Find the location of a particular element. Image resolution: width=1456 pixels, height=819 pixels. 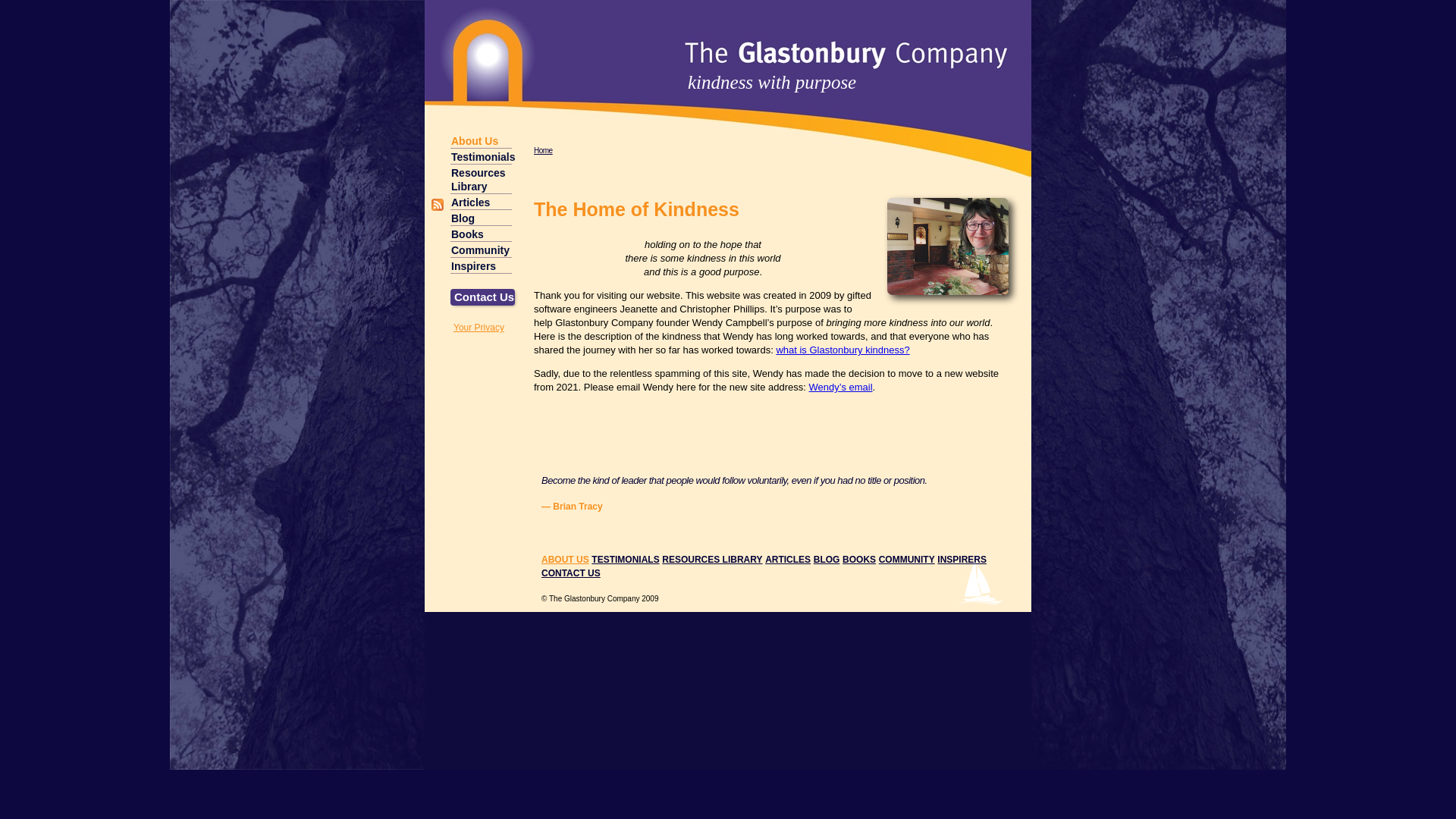

'Inspirers' is located at coordinates (480, 265).